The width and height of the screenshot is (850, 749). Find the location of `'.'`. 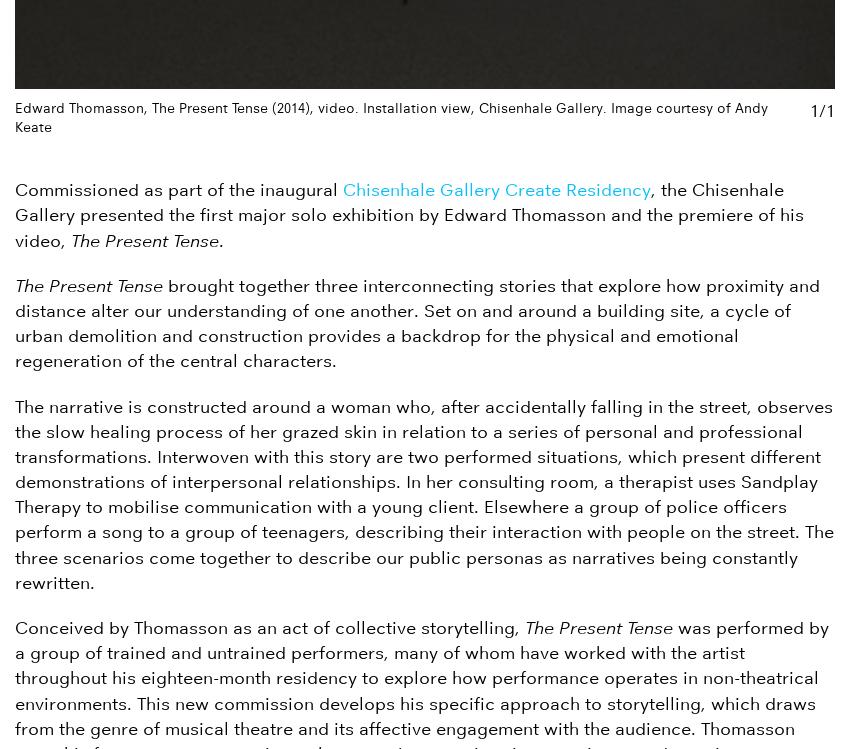

'.' is located at coordinates (221, 239).